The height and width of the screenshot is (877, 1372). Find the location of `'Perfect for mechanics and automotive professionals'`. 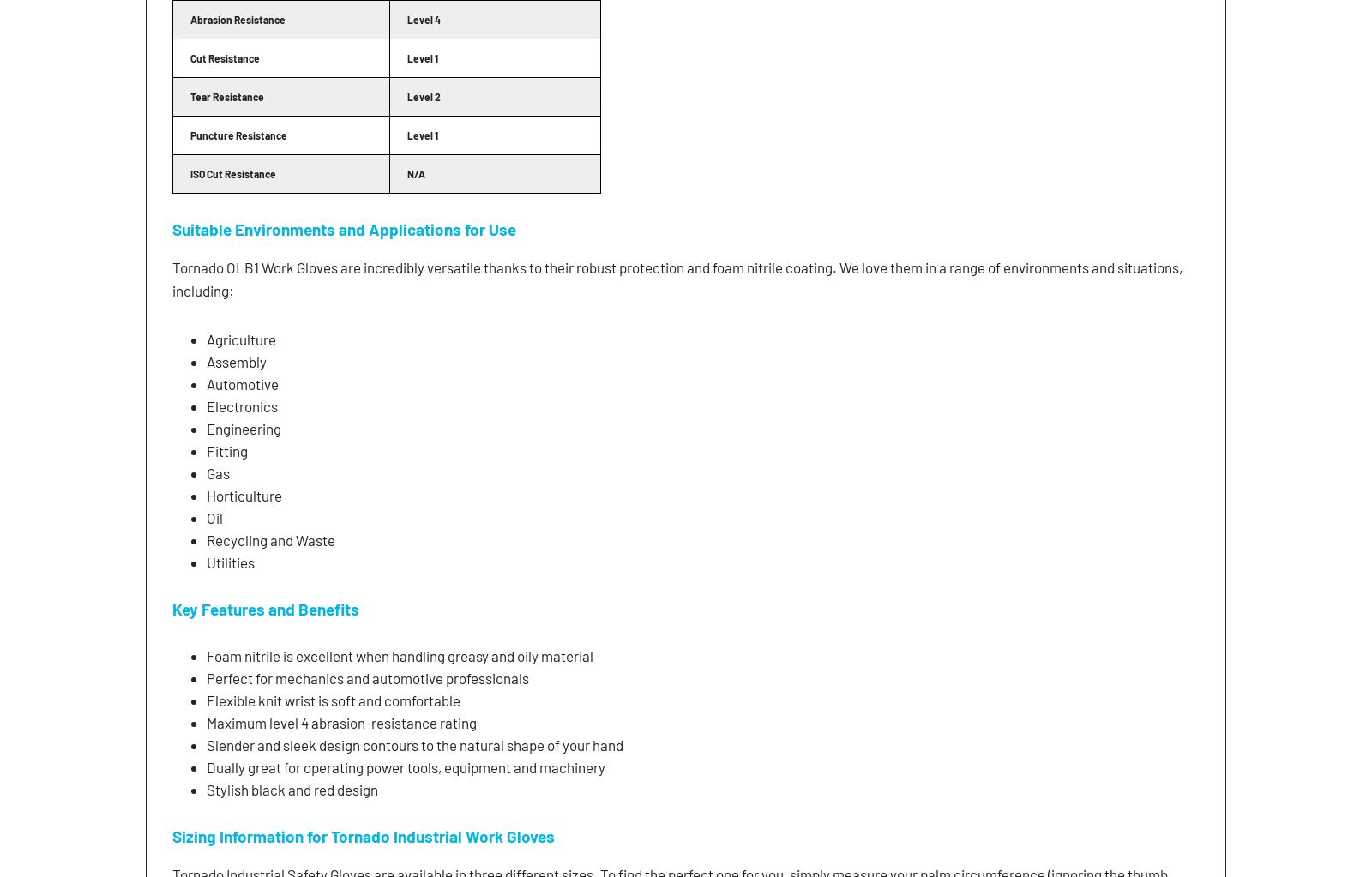

'Perfect for mechanics and automotive professionals' is located at coordinates (366, 677).